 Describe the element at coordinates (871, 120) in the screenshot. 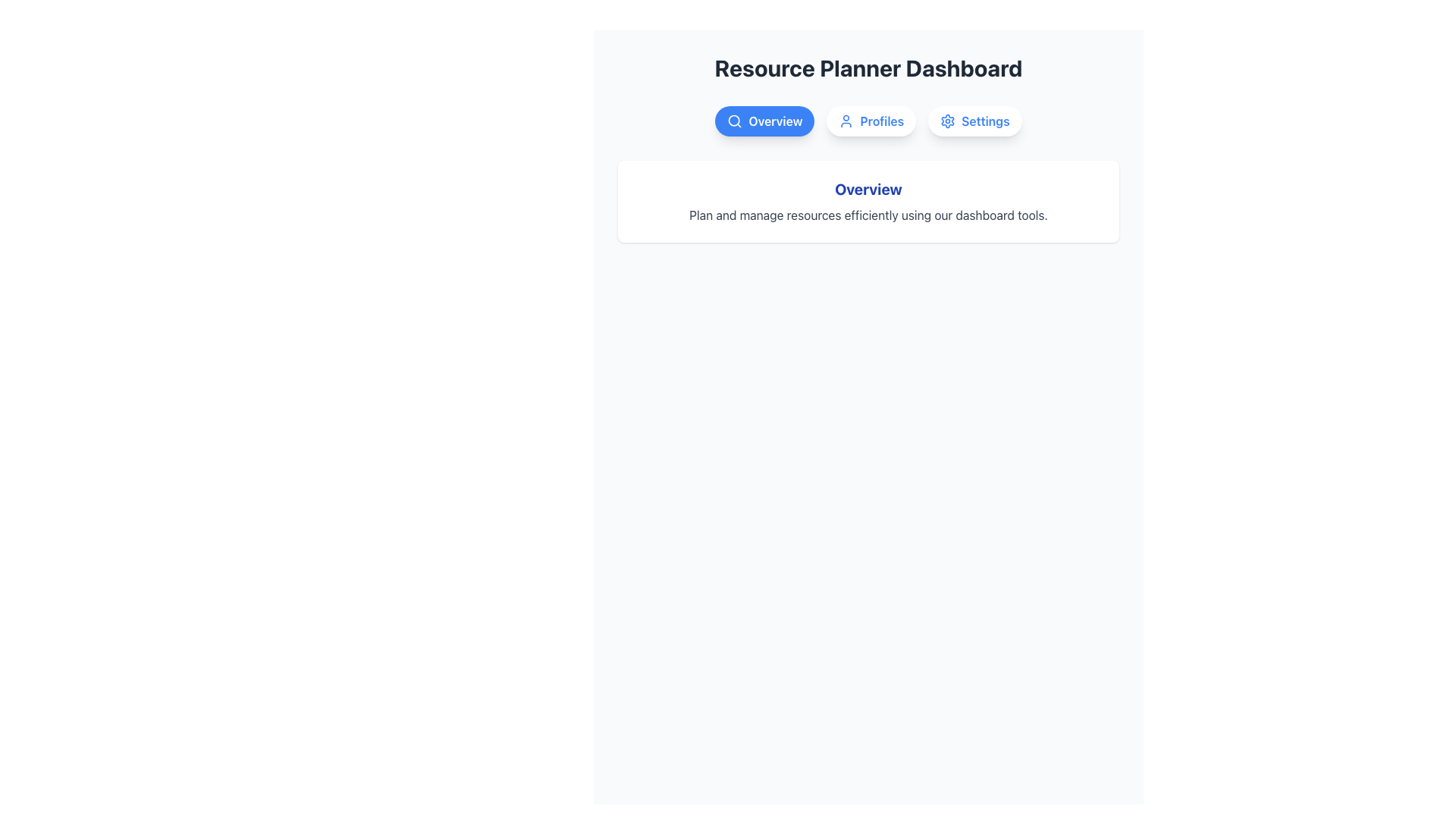

I see `the 'Profiles' button, which is a horizontally-aligned rectangular button with rounded corners, white background, and blue text positioned between the 'Overview' and 'Settings' buttons` at that location.